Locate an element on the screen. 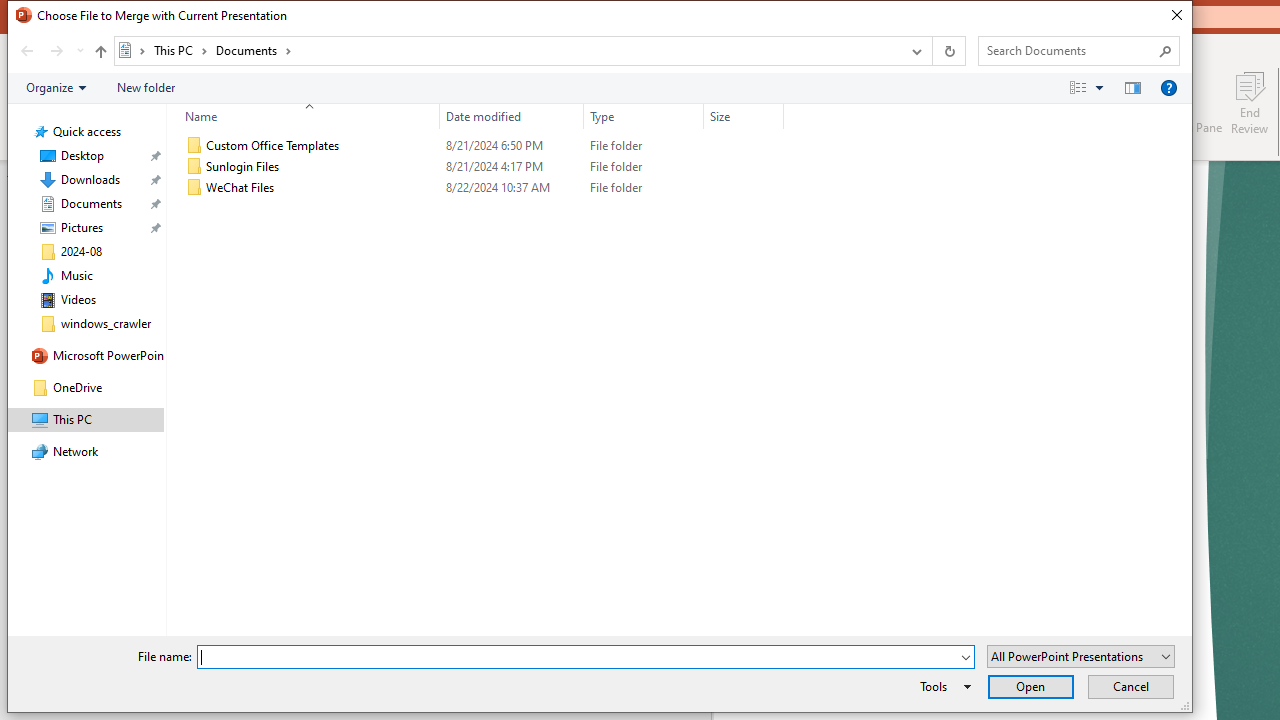 The width and height of the screenshot is (1280, 720). '&Help' is located at coordinates (1168, 86).